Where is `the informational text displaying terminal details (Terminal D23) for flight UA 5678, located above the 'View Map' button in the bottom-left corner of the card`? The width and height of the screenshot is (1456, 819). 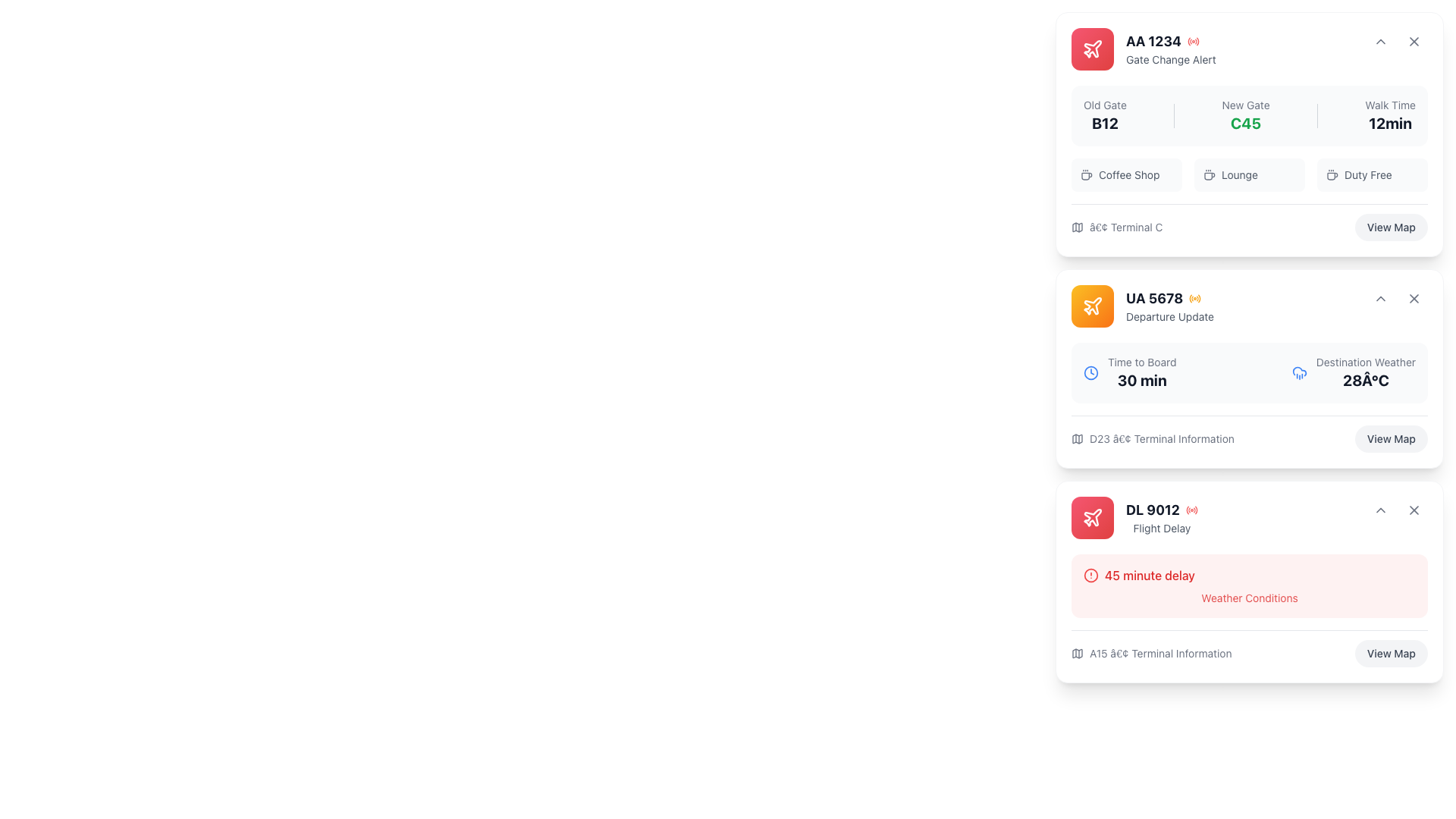 the informational text displaying terminal details (Terminal D23) for flight UA 5678, located above the 'View Map' button in the bottom-left corner of the card is located at coordinates (1153, 438).